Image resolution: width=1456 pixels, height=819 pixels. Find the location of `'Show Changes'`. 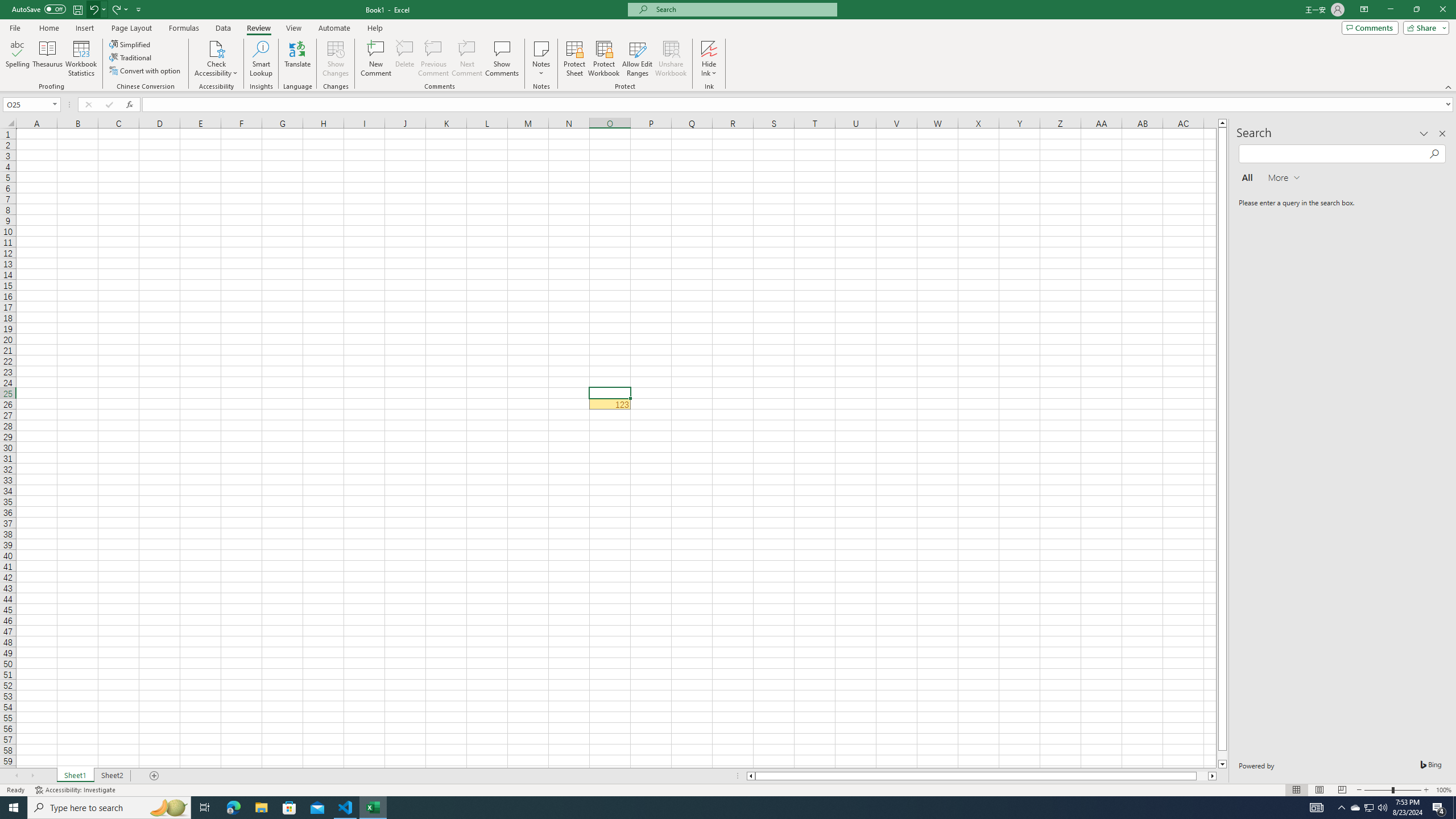

'Show Changes' is located at coordinates (336, 59).